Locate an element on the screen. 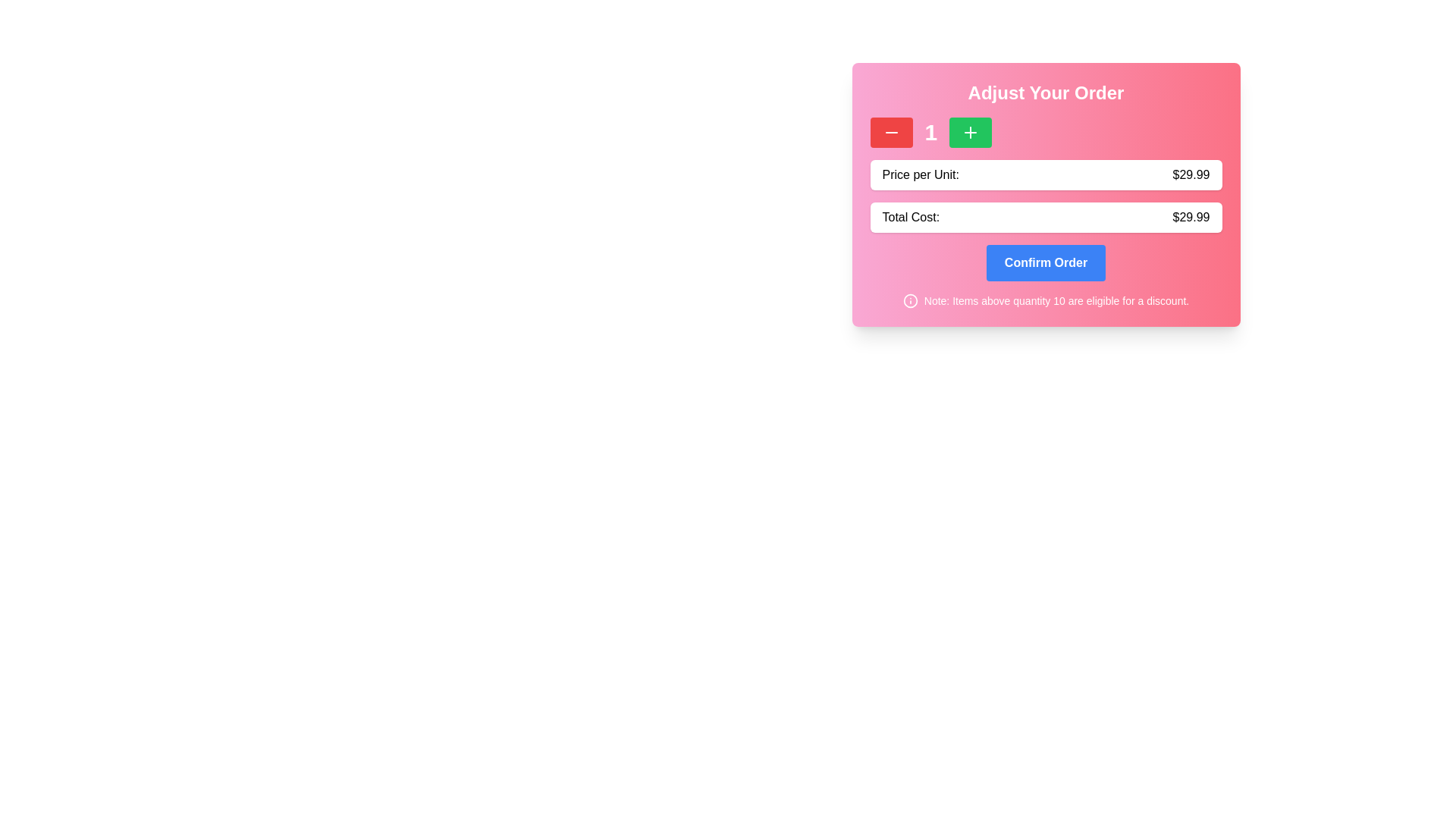  the green button with a white plus sign is located at coordinates (971, 131).